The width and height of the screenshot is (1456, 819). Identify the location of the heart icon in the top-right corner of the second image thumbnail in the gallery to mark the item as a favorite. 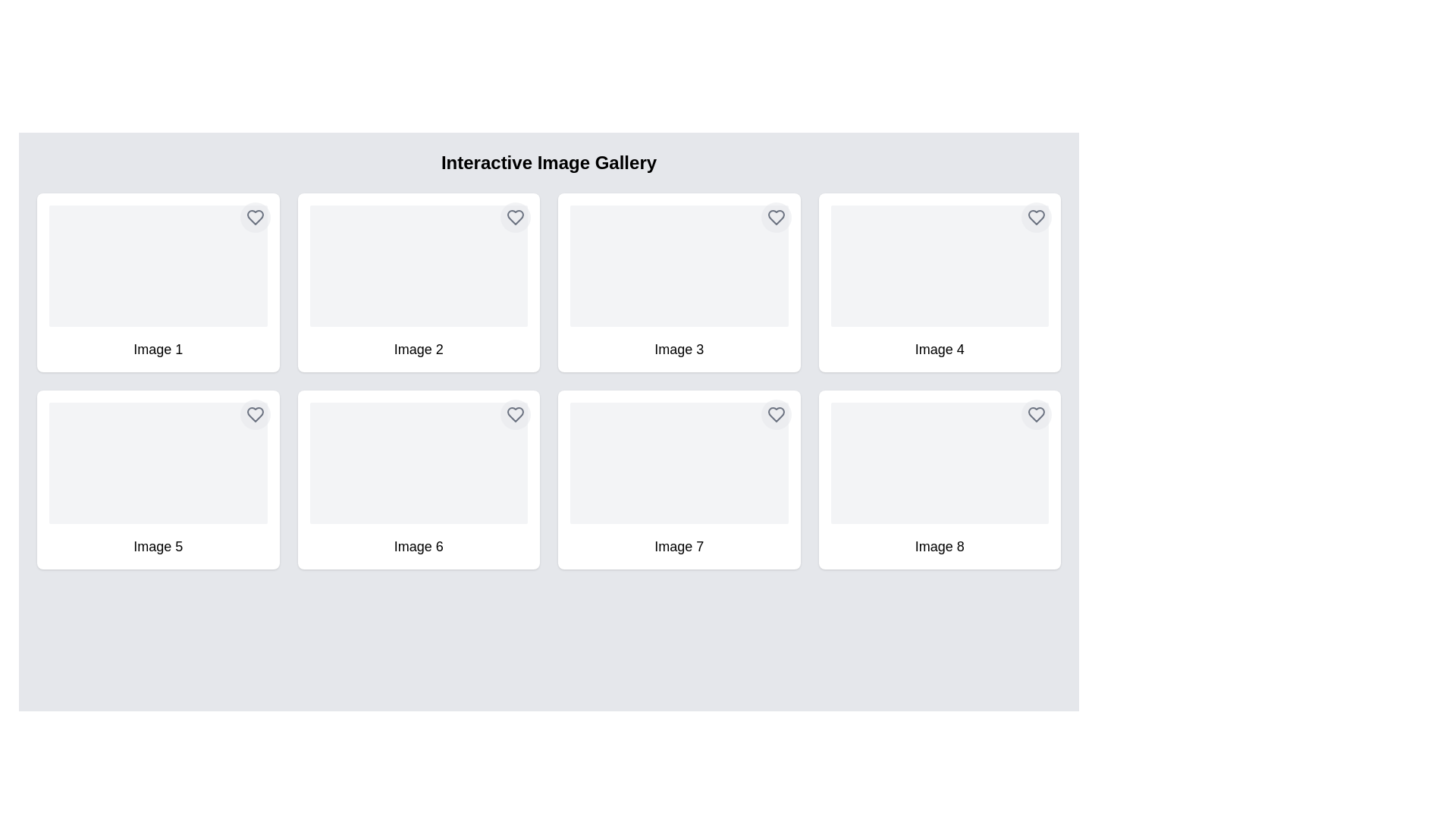
(516, 217).